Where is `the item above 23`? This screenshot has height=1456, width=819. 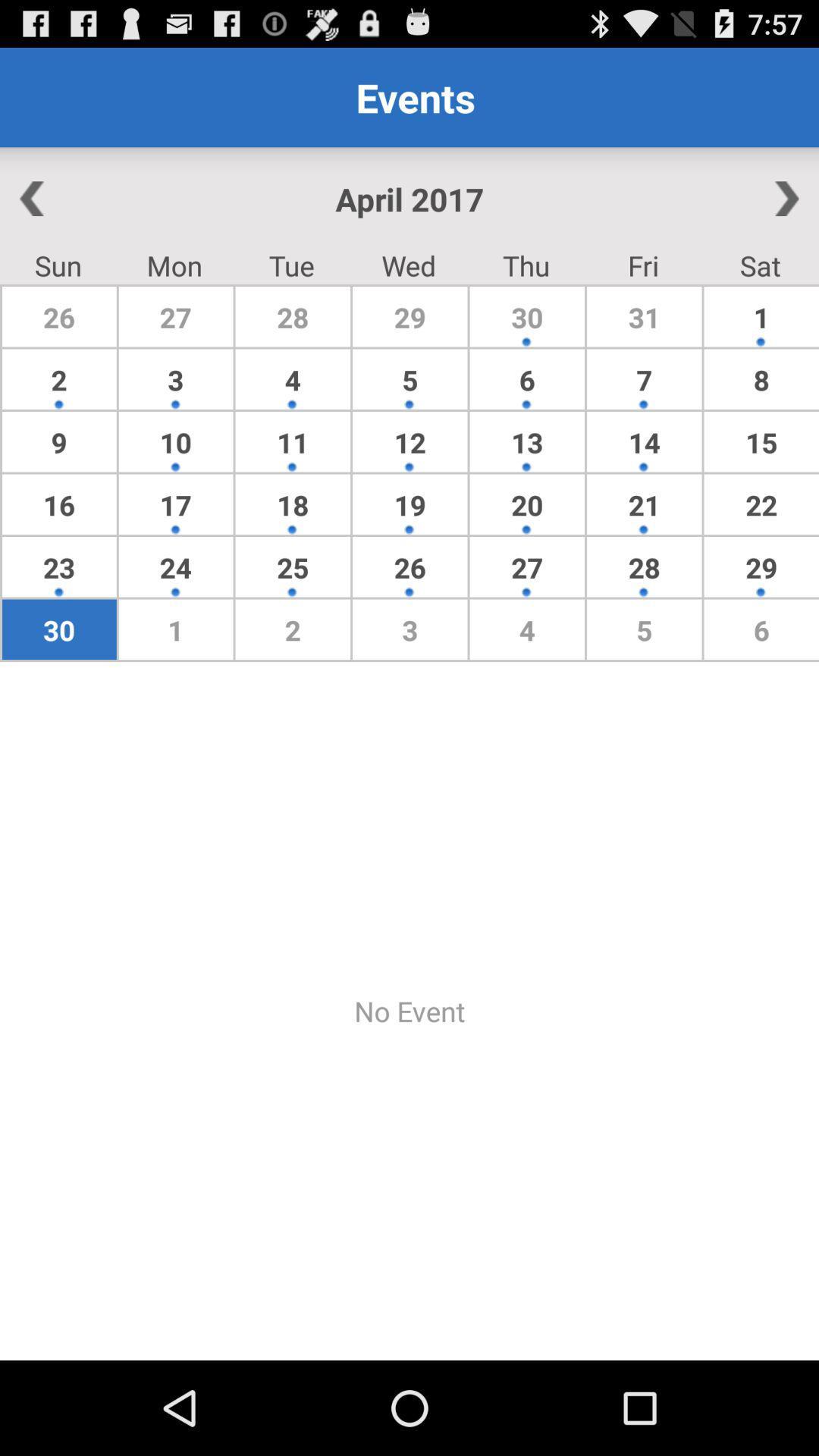
the item above 23 is located at coordinates (58, 504).